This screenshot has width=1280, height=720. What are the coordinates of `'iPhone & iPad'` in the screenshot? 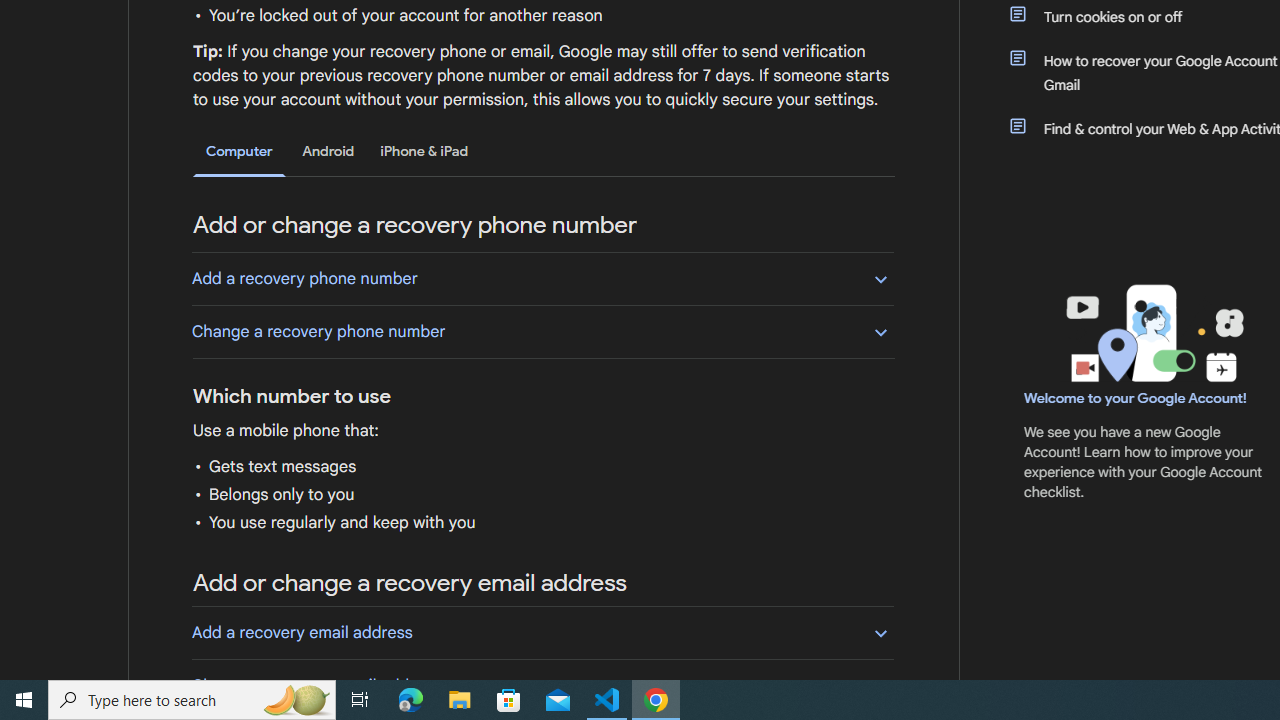 It's located at (423, 150).